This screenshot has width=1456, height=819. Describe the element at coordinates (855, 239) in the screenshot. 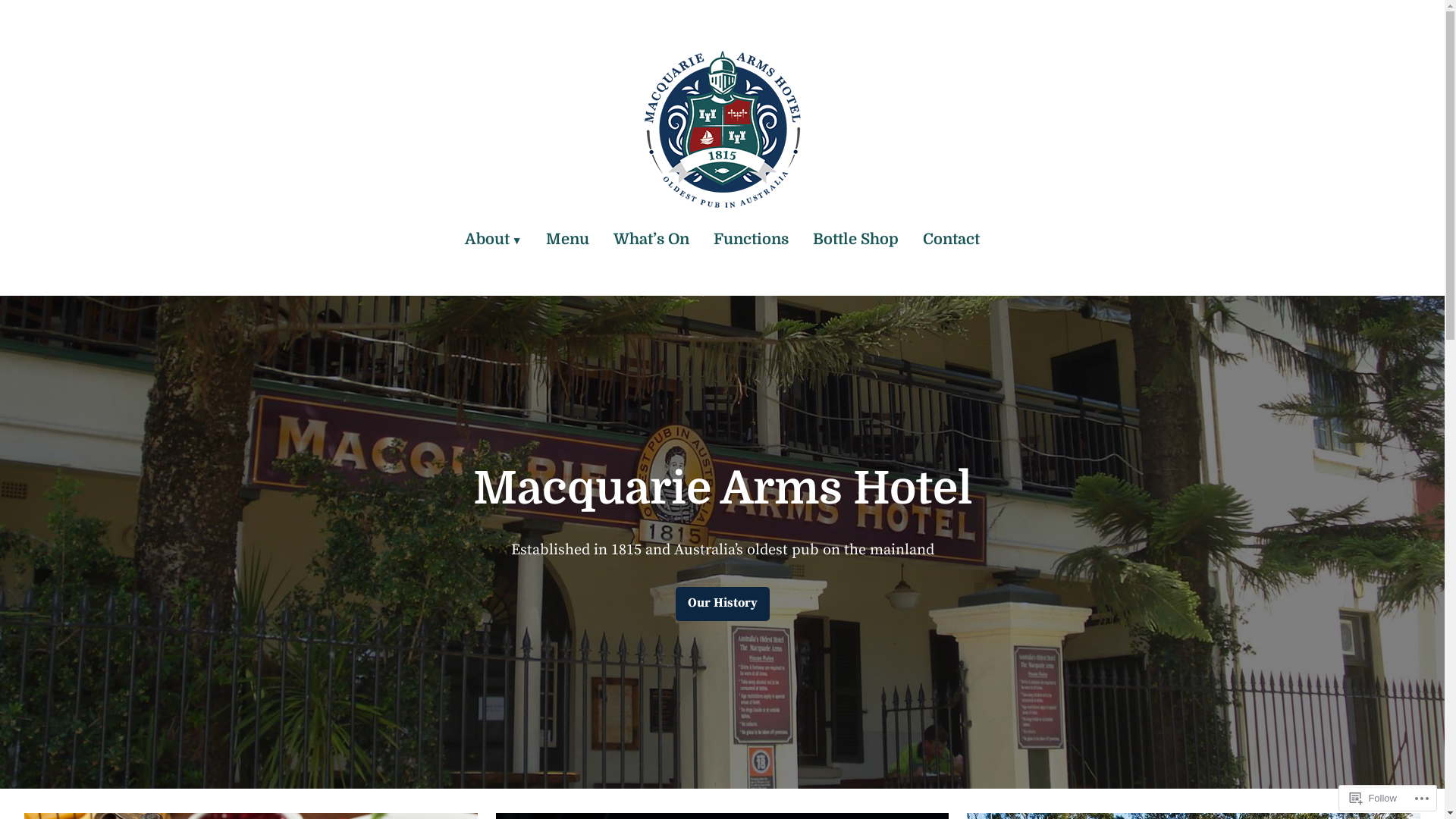

I see `'Bottle Shop'` at that location.